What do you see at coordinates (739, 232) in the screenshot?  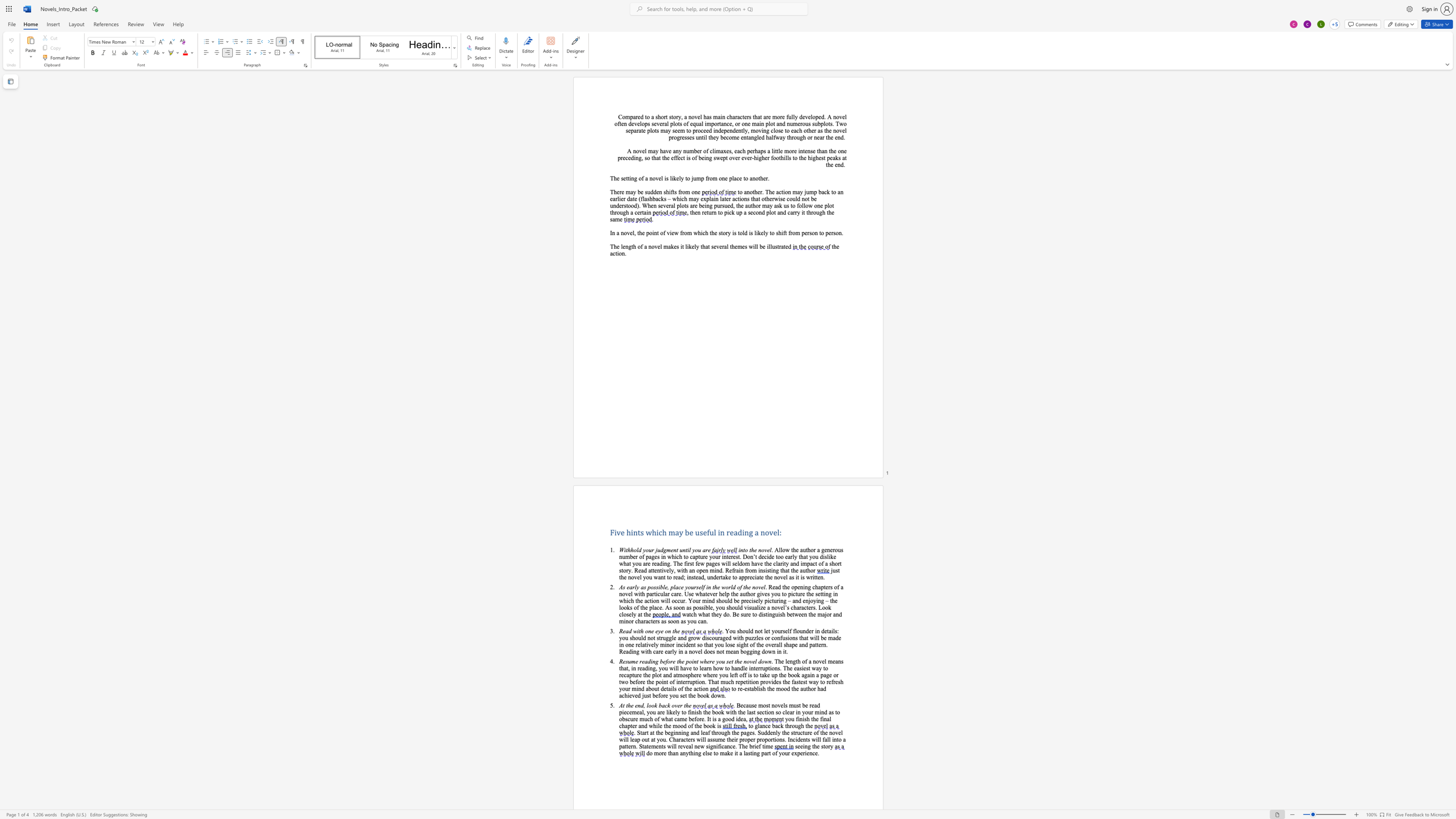 I see `the 5th character "t" in the text` at bounding box center [739, 232].